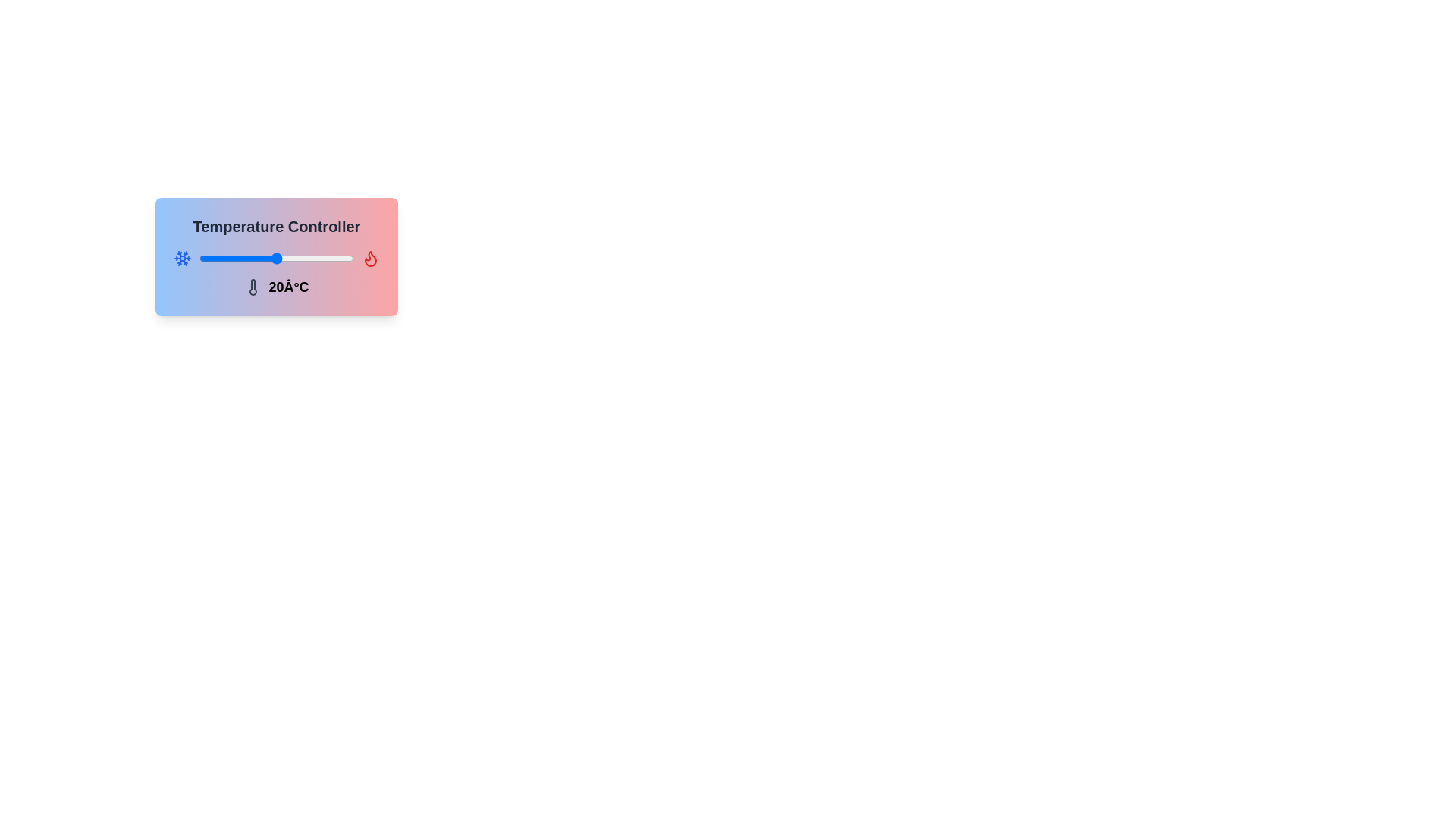  I want to click on the displayed temperature value from the text element, so click(276, 287).